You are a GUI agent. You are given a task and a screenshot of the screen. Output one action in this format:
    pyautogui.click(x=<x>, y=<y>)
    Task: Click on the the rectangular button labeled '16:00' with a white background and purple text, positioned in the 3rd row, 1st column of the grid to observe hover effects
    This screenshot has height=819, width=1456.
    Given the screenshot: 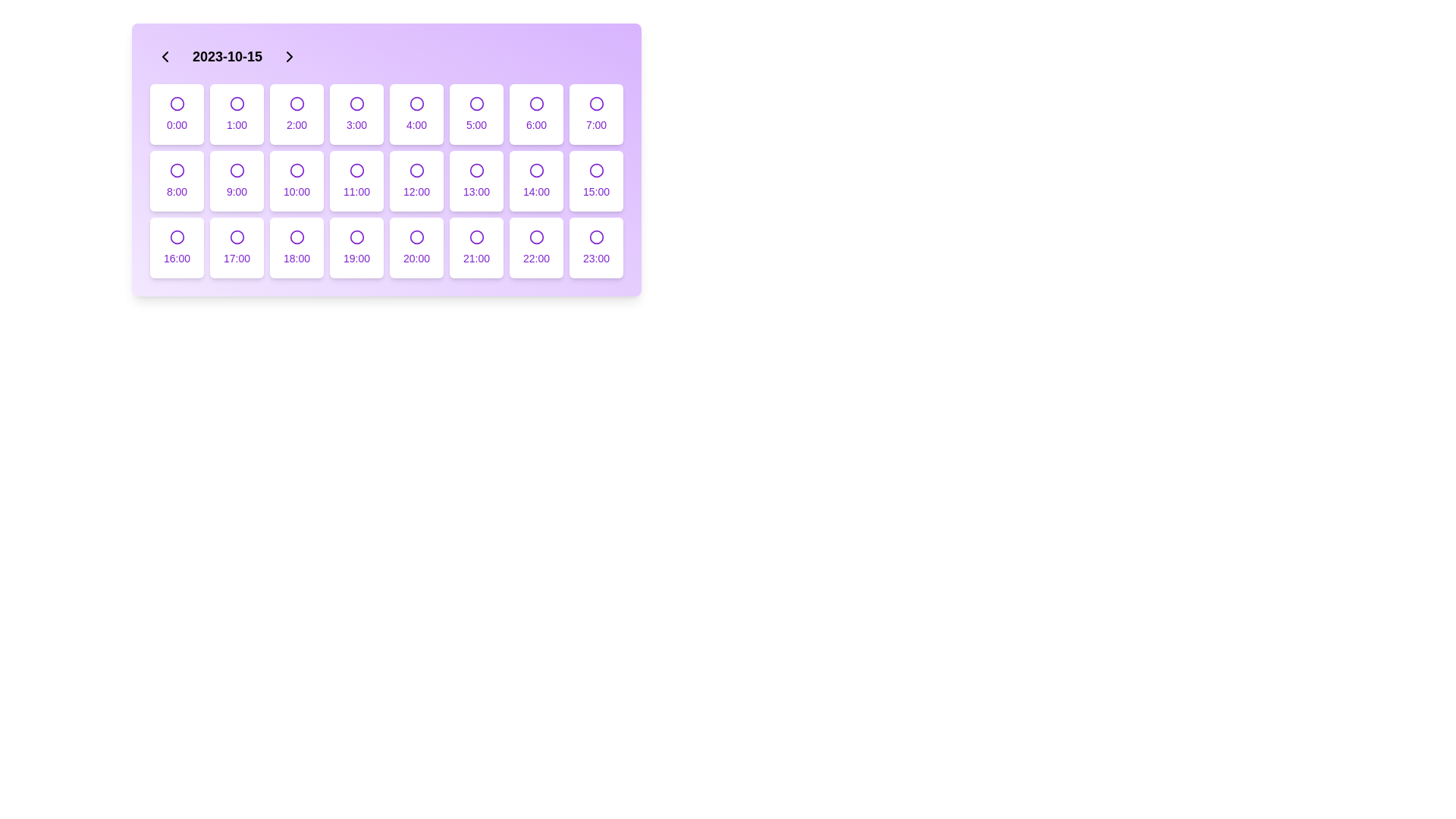 What is the action you would take?
    pyautogui.click(x=177, y=247)
    